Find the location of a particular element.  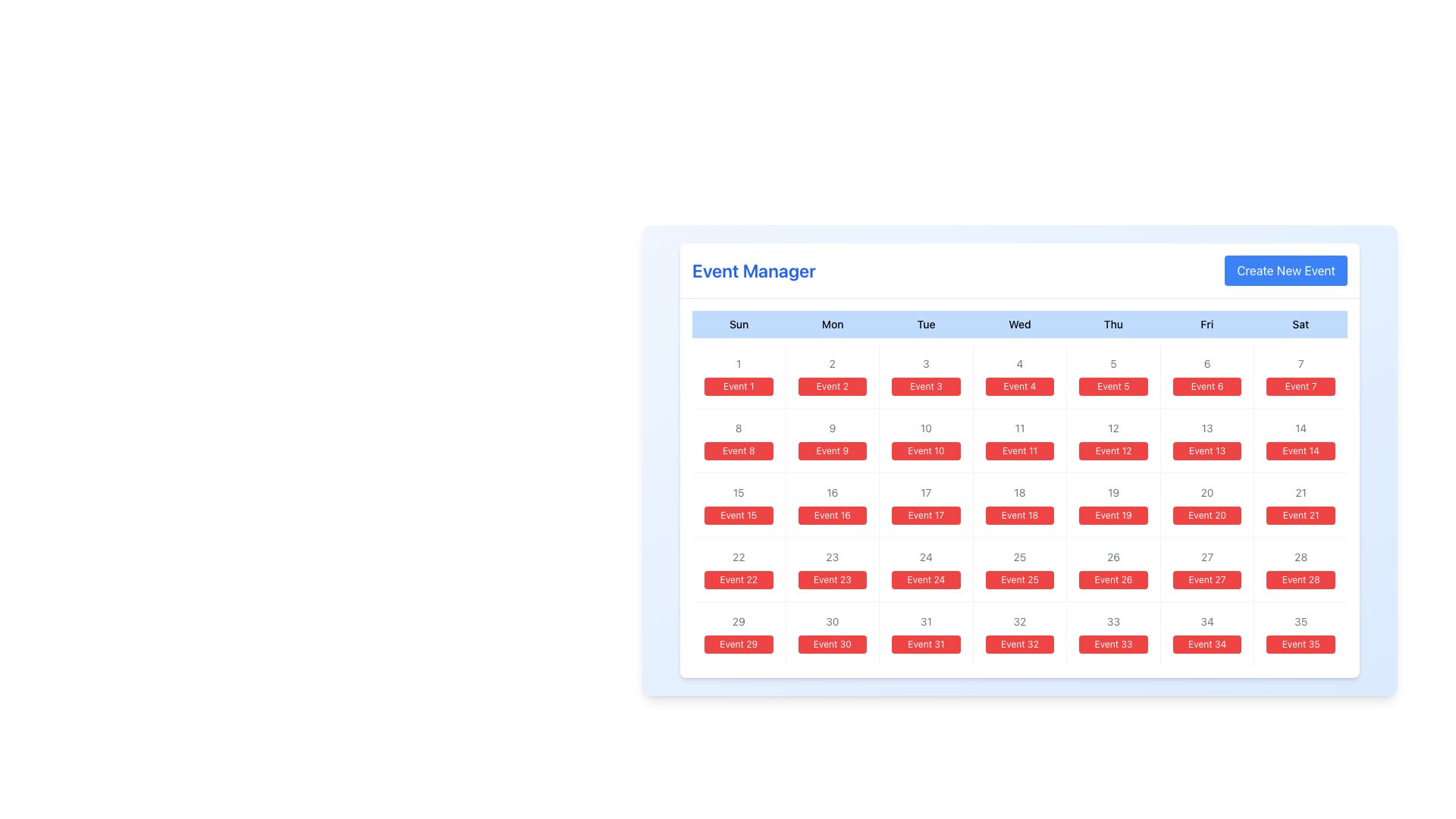

the numeric text label '23' which is styled with a grayish font color and positioned above the red button labeled 'Event 23' within the calendar interface is located at coordinates (831, 557).